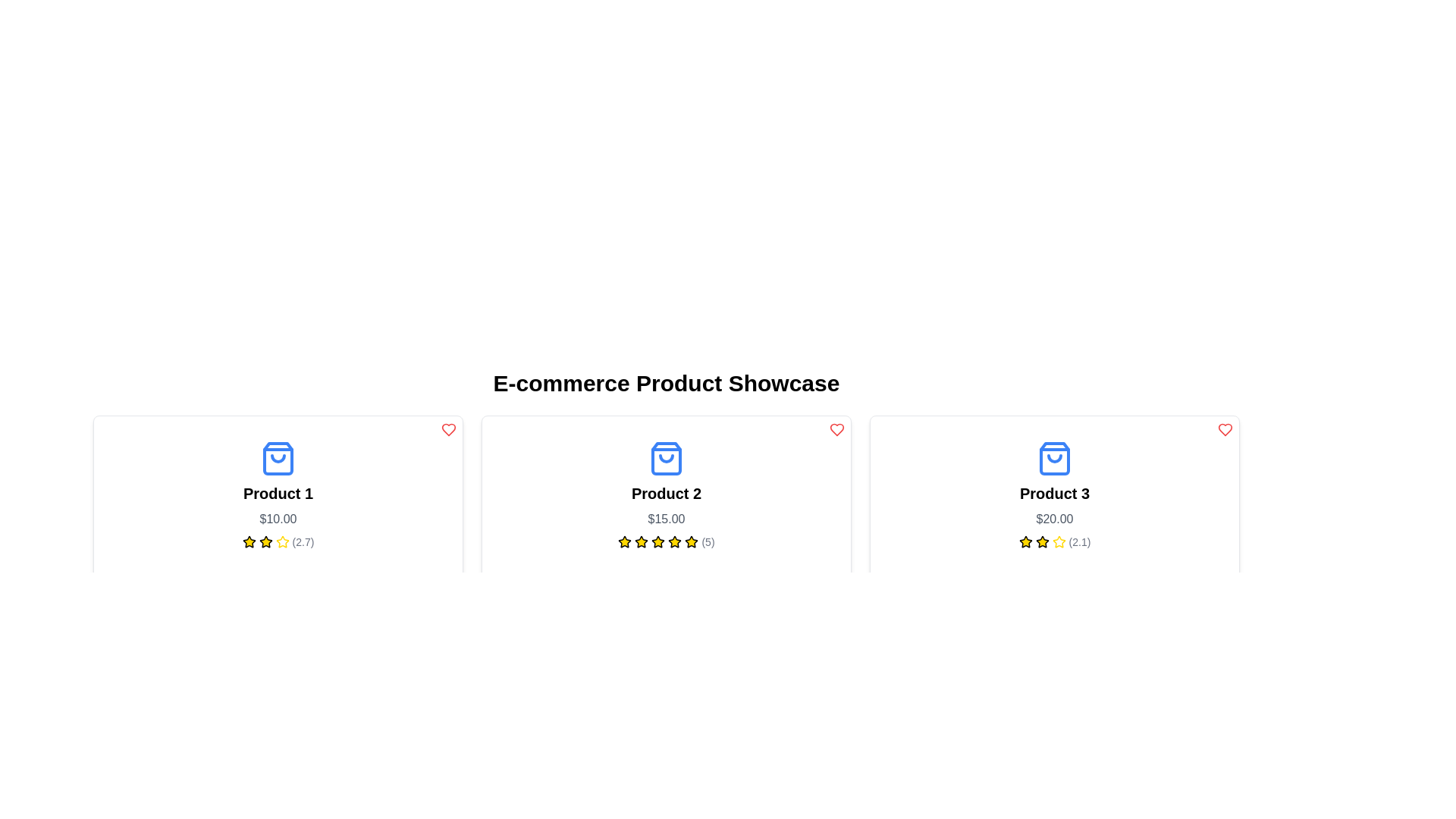 This screenshot has width=1456, height=819. I want to click on product title displayed as 'Product 3', which is bold, large, and centrally aligned within its product card, located directly below the product image and above the price text, so click(1054, 494).